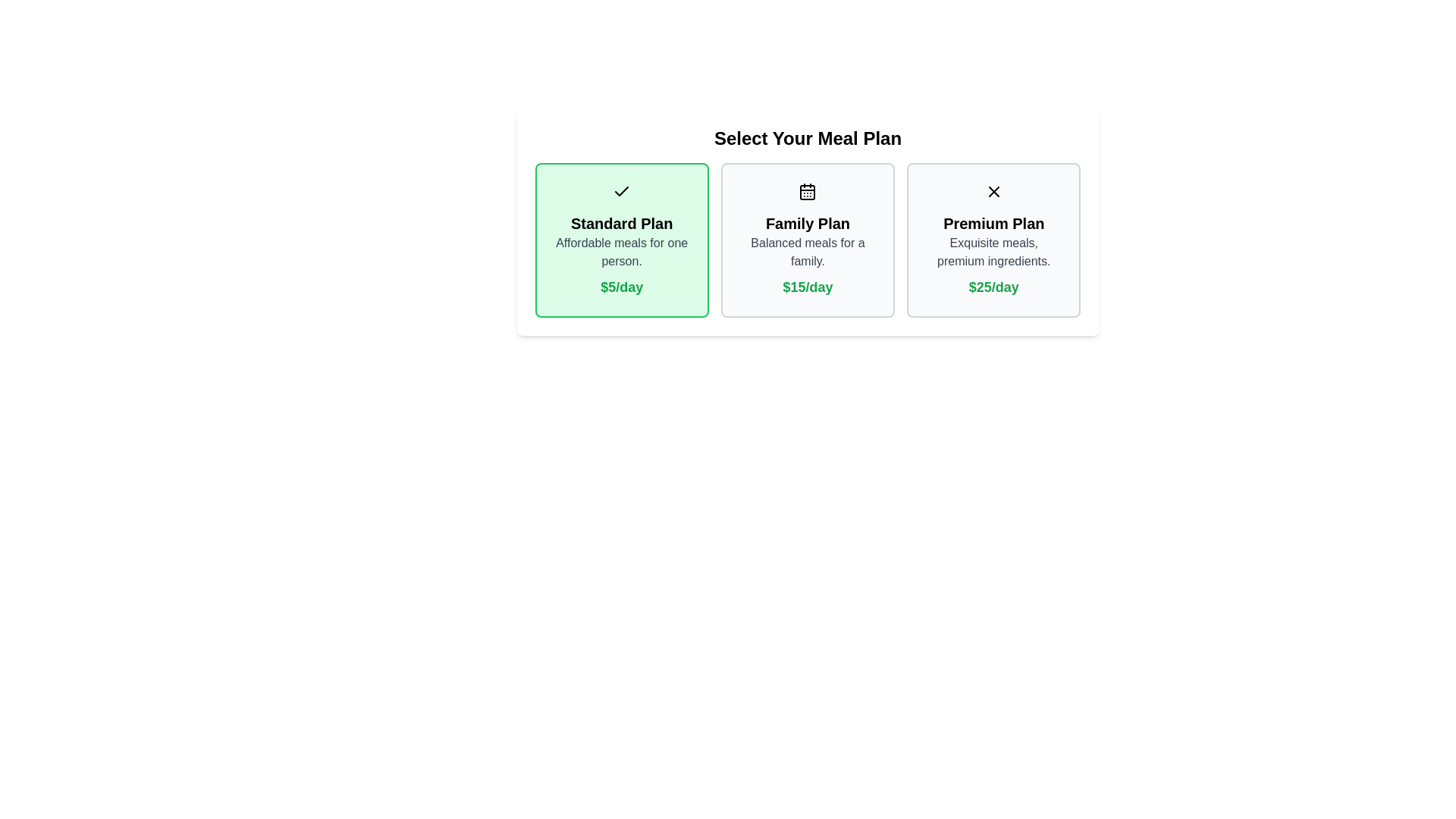  I want to click on the calendar icon located at the top center of the 'Family Plan' card, which is a black and white square outline with a grid pattern and two tabs on top, so click(807, 191).